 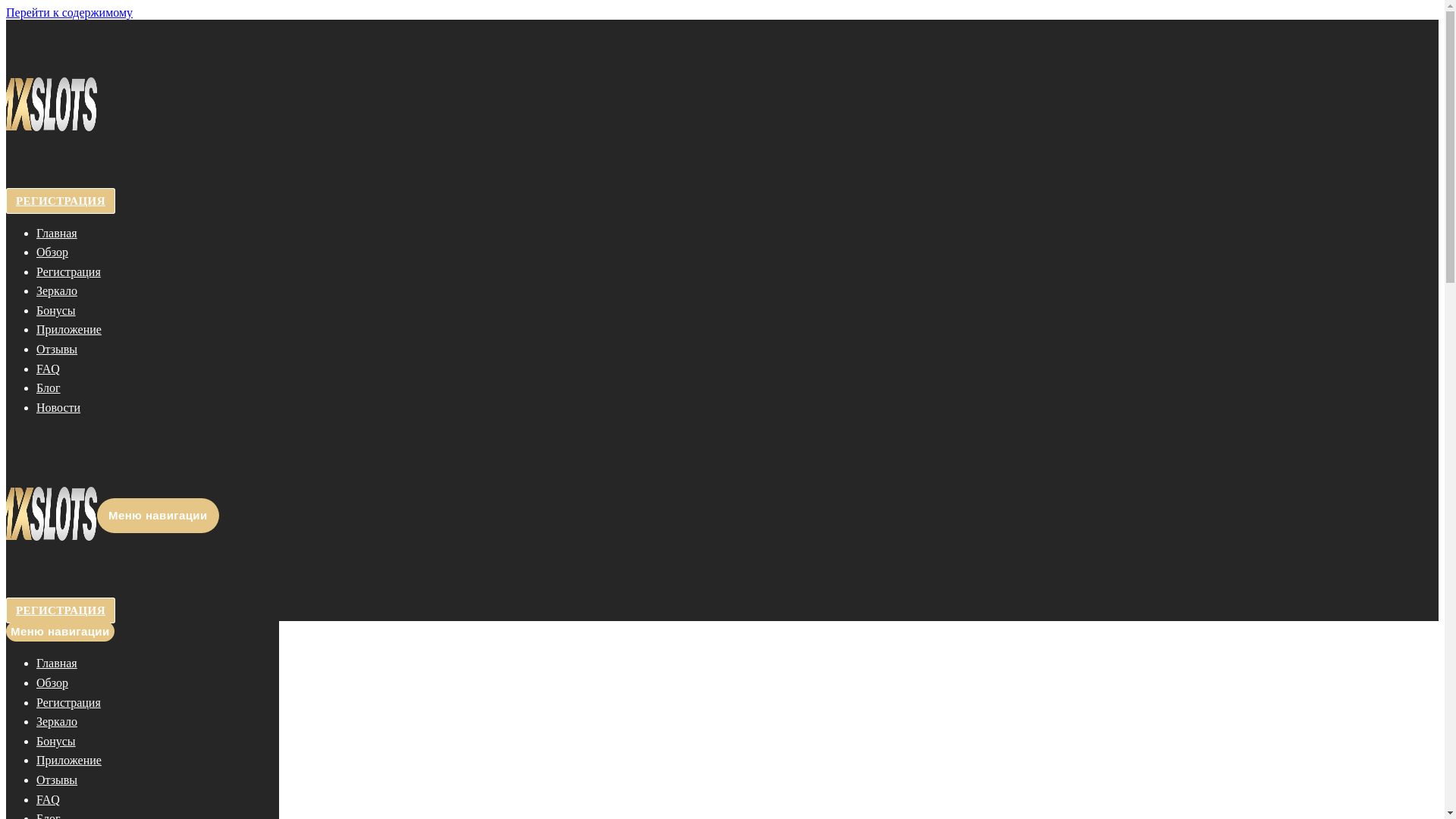 I want to click on 'FAQ', so click(x=48, y=799).